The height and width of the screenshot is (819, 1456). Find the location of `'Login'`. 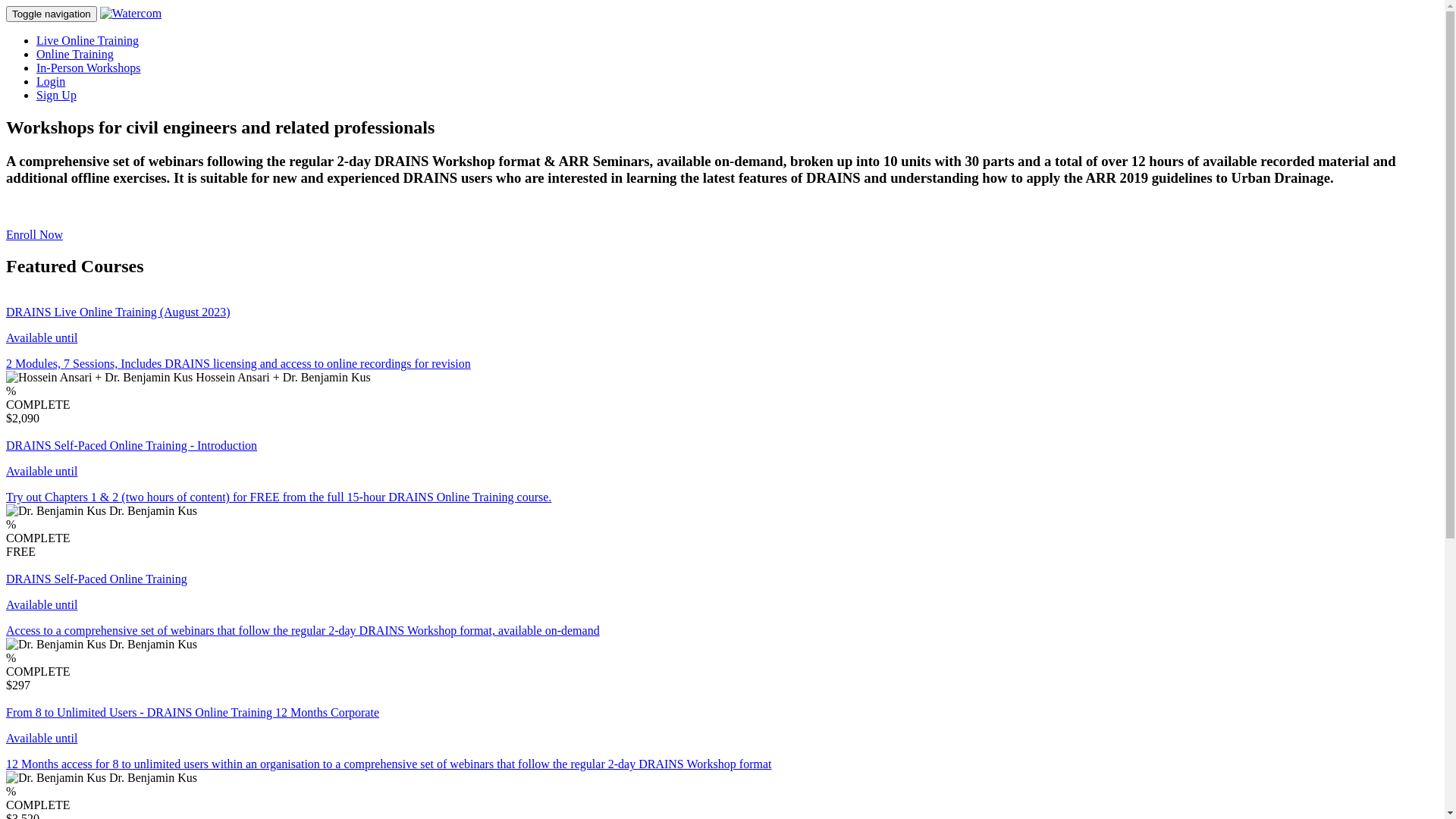

'Login' is located at coordinates (51, 81).